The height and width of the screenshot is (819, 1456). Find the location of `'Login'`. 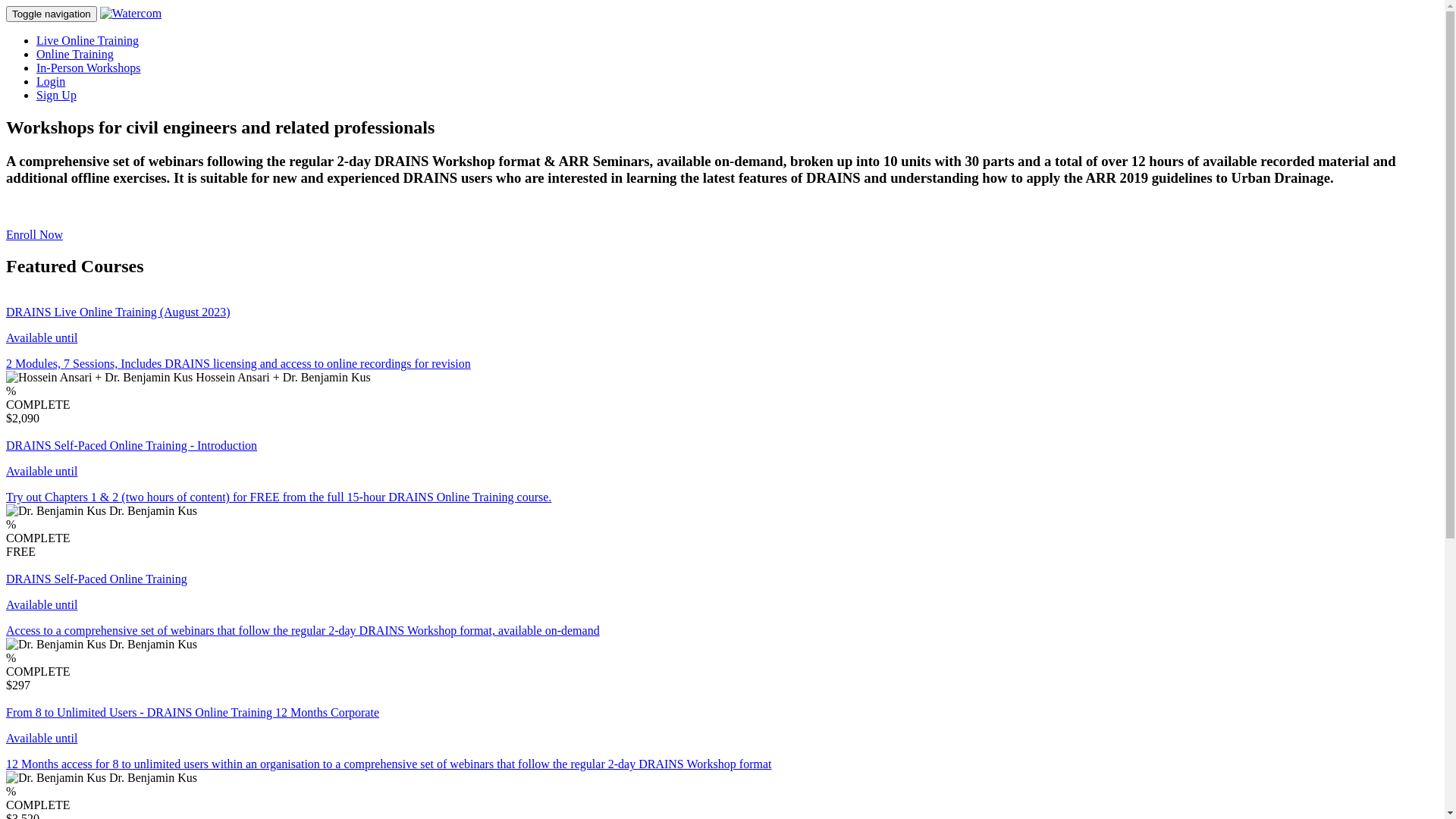

'Login' is located at coordinates (51, 81).